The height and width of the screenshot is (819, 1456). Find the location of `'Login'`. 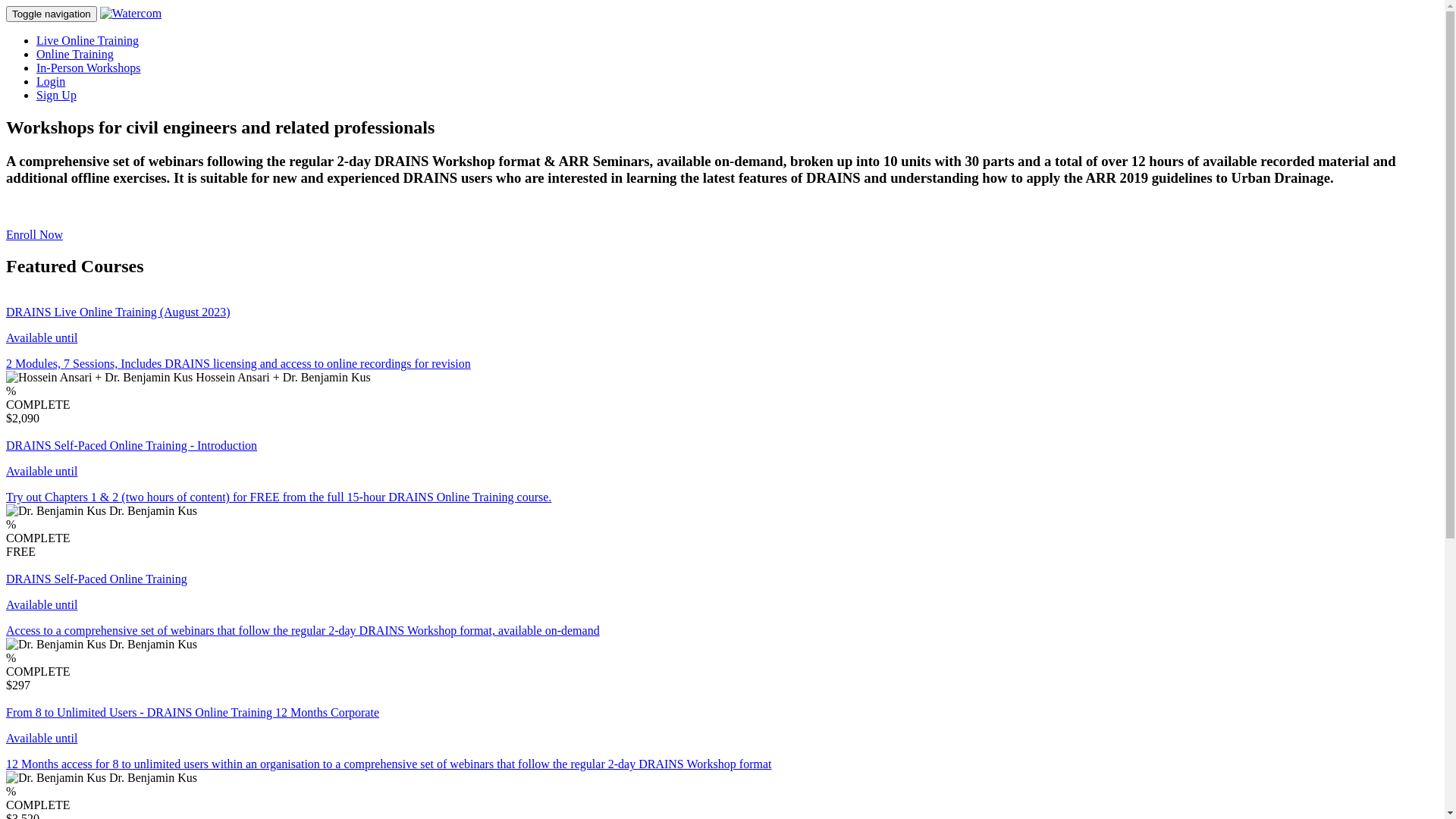

'Login' is located at coordinates (51, 81).